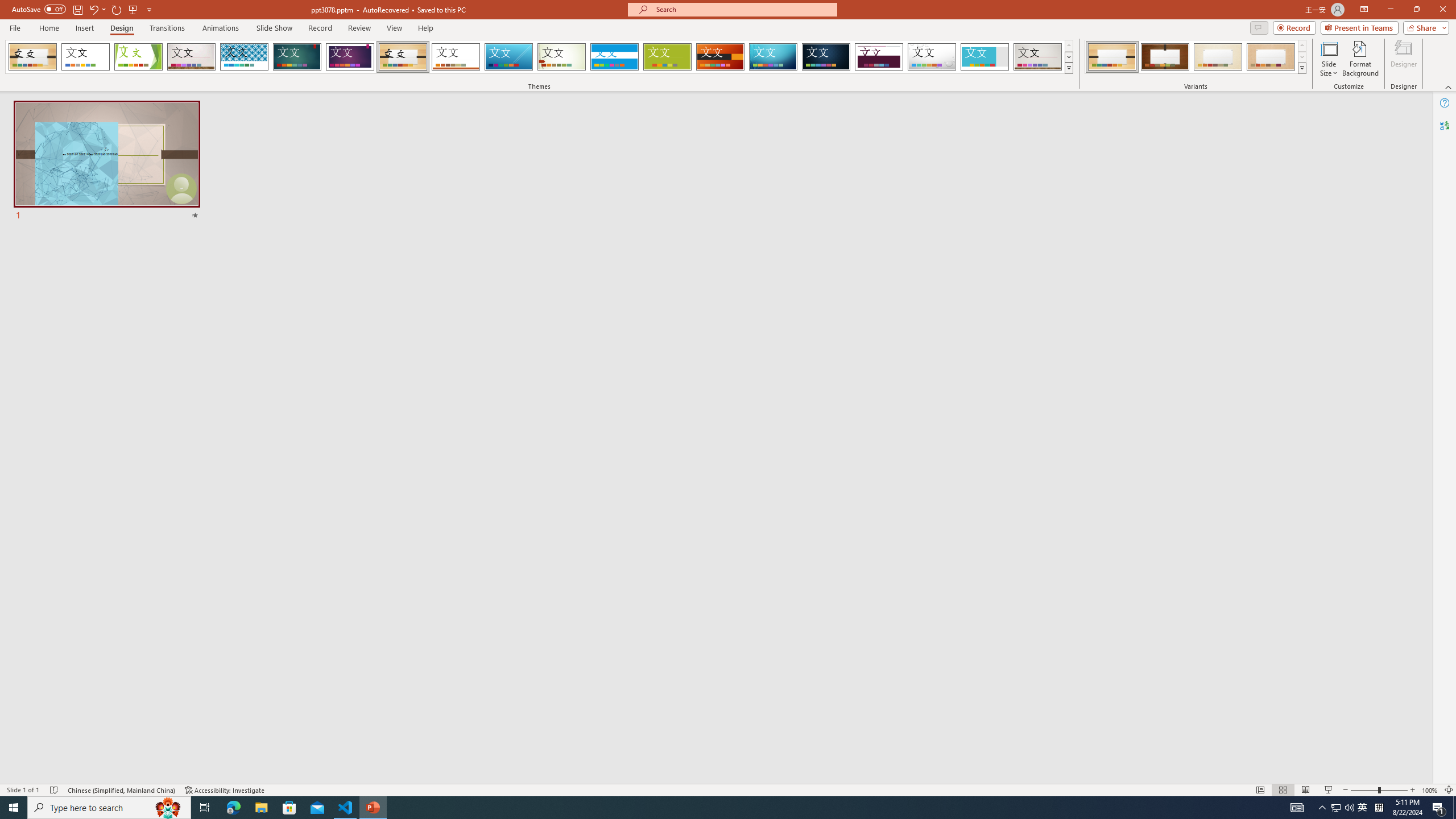  Describe the element at coordinates (455, 56) in the screenshot. I see `'Retrospect'` at that location.